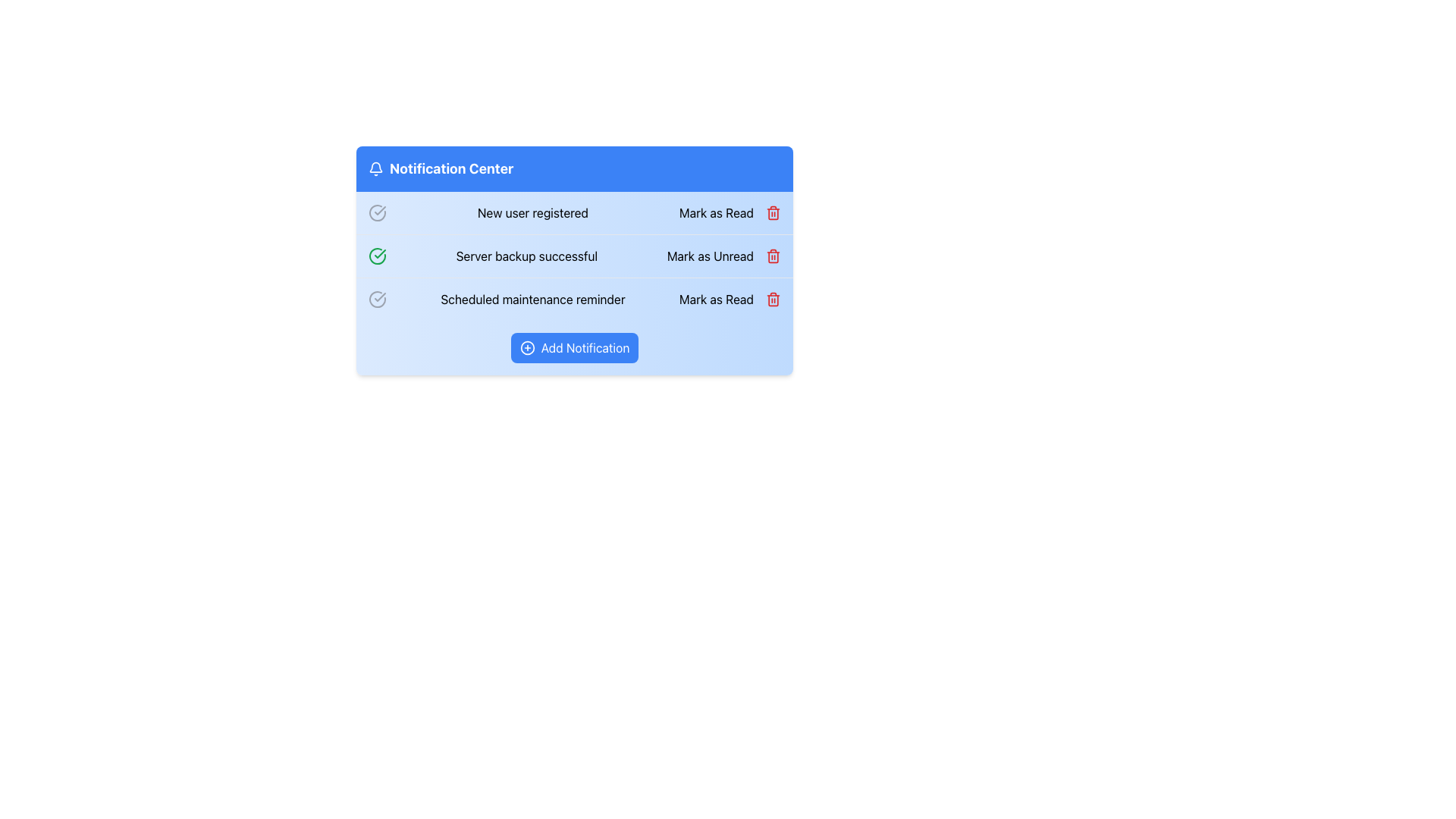  Describe the element at coordinates (527, 348) in the screenshot. I see `the SVG Circle that visually contains the plus icon for adding new notifications, located at the bottom center of the notification panel` at that location.